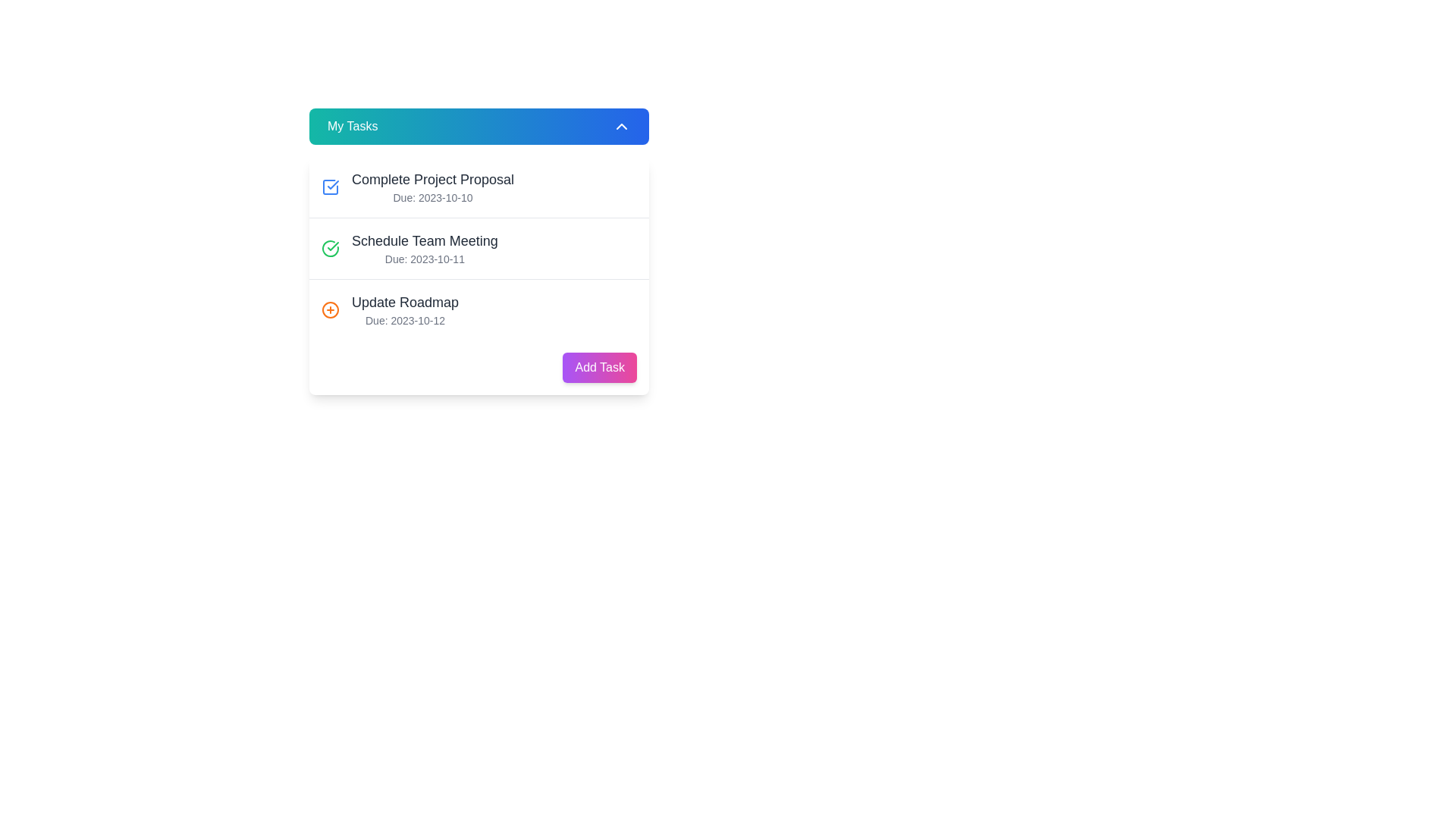  I want to click on the text label displaying 'Update Roadmap', which is styled with a large font size and dark gray color, positioned above the due date information as the third task in the list, so click(405, 302).